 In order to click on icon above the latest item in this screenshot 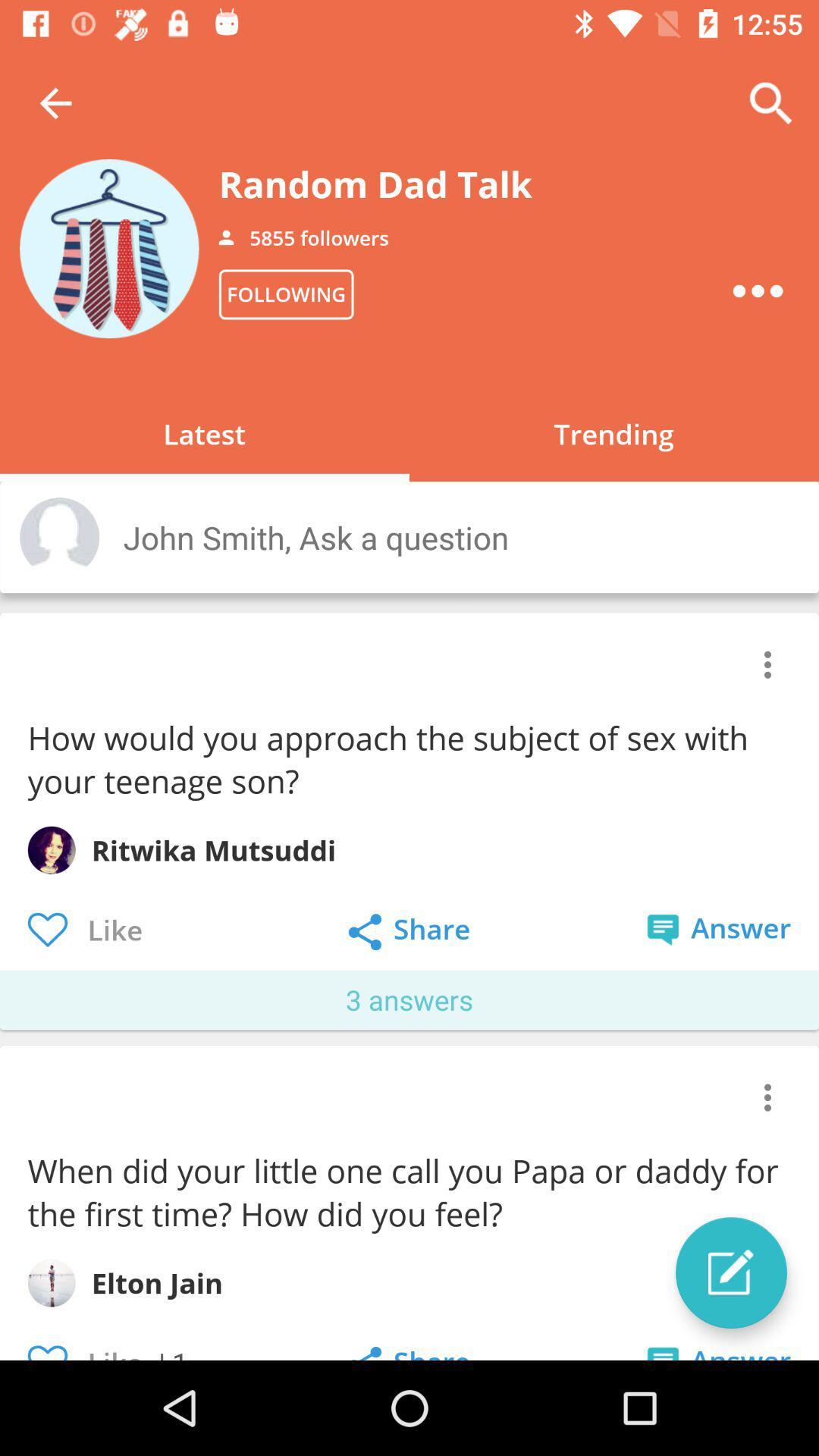, I will do `click(286, 294)`.